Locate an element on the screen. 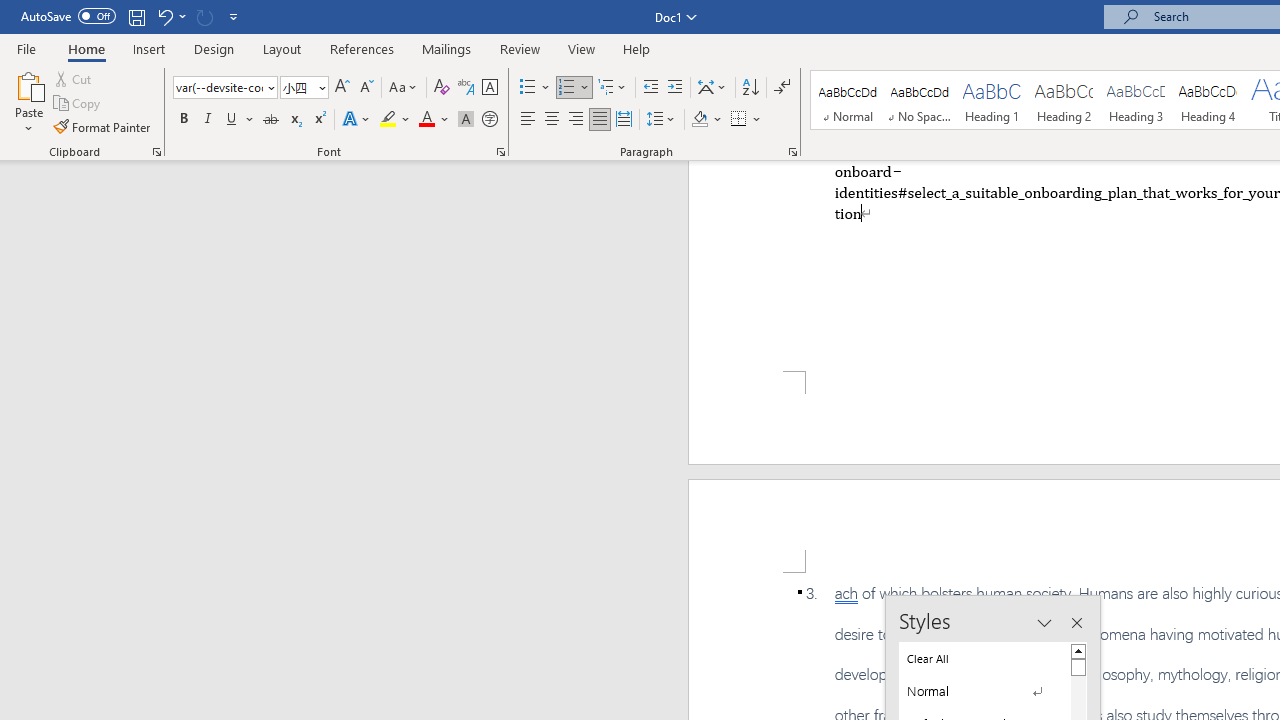 This screenshot has width=1280, height=720. 'Distributed' is located at coordinates (623, 119).